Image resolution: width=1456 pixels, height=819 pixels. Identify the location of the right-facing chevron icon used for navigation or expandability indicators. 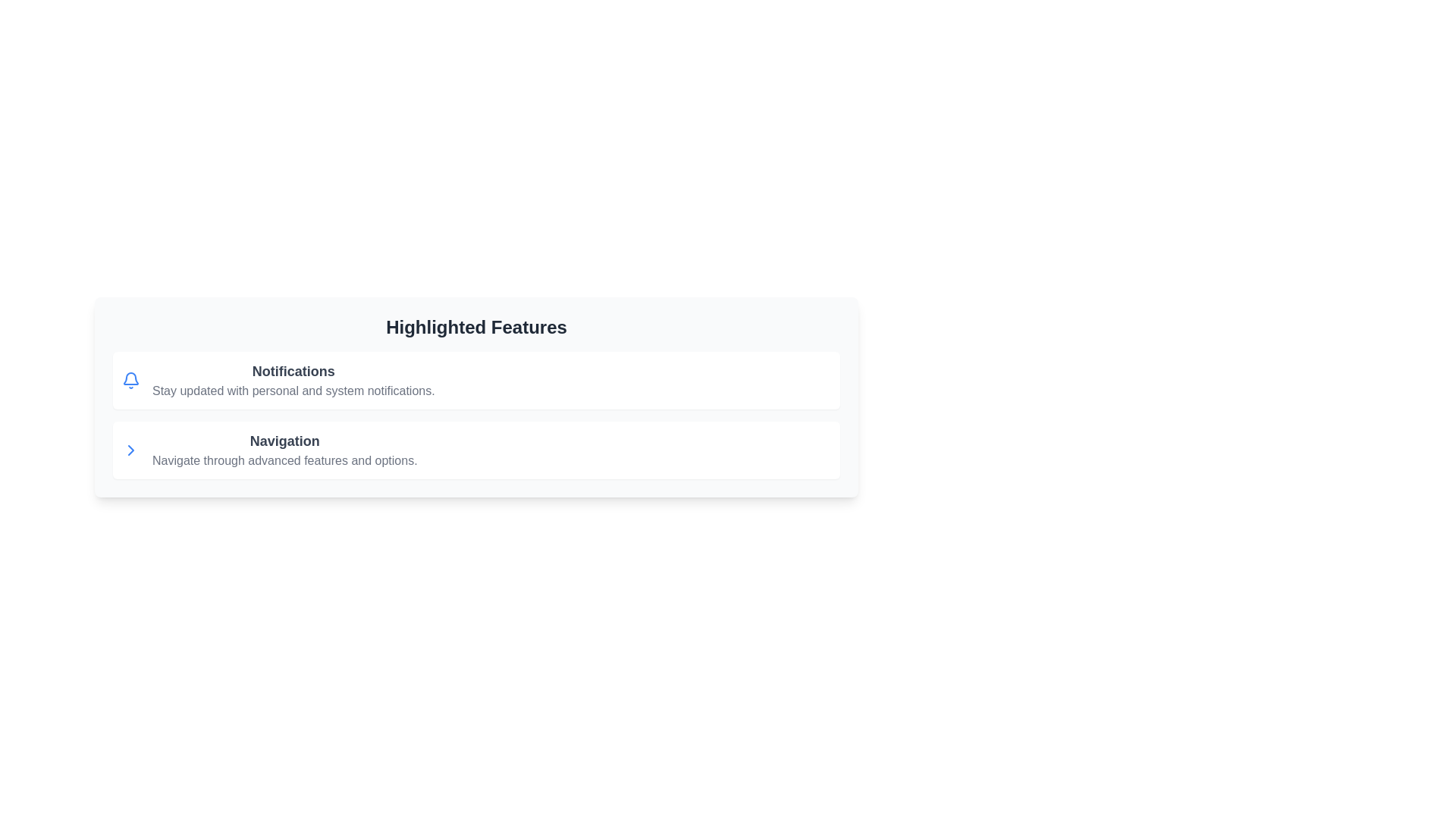
(130, 450).